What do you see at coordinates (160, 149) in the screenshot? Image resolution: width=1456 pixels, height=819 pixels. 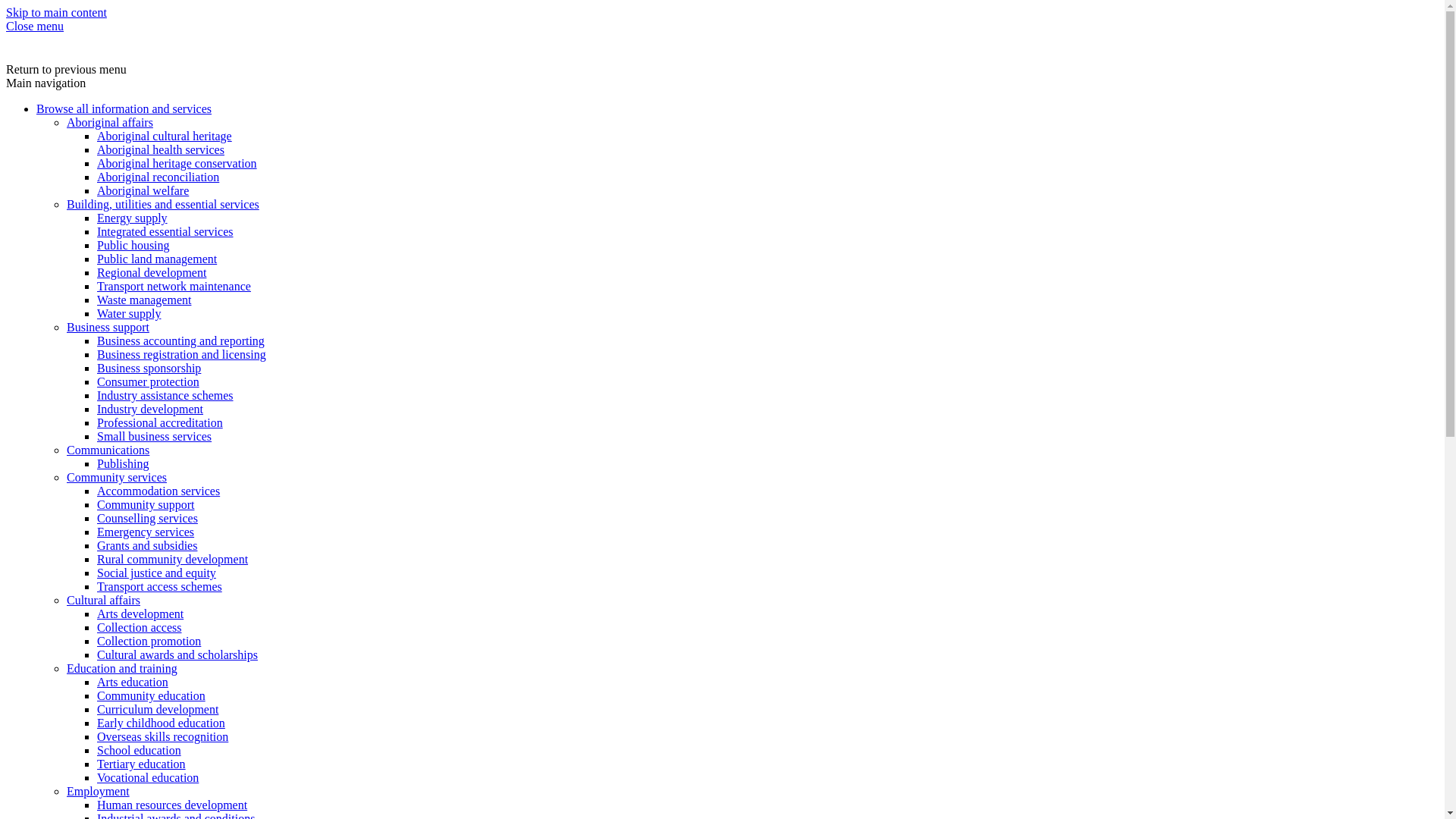 I see `'Aboriginal health services'` at bounding box center [160, 149].